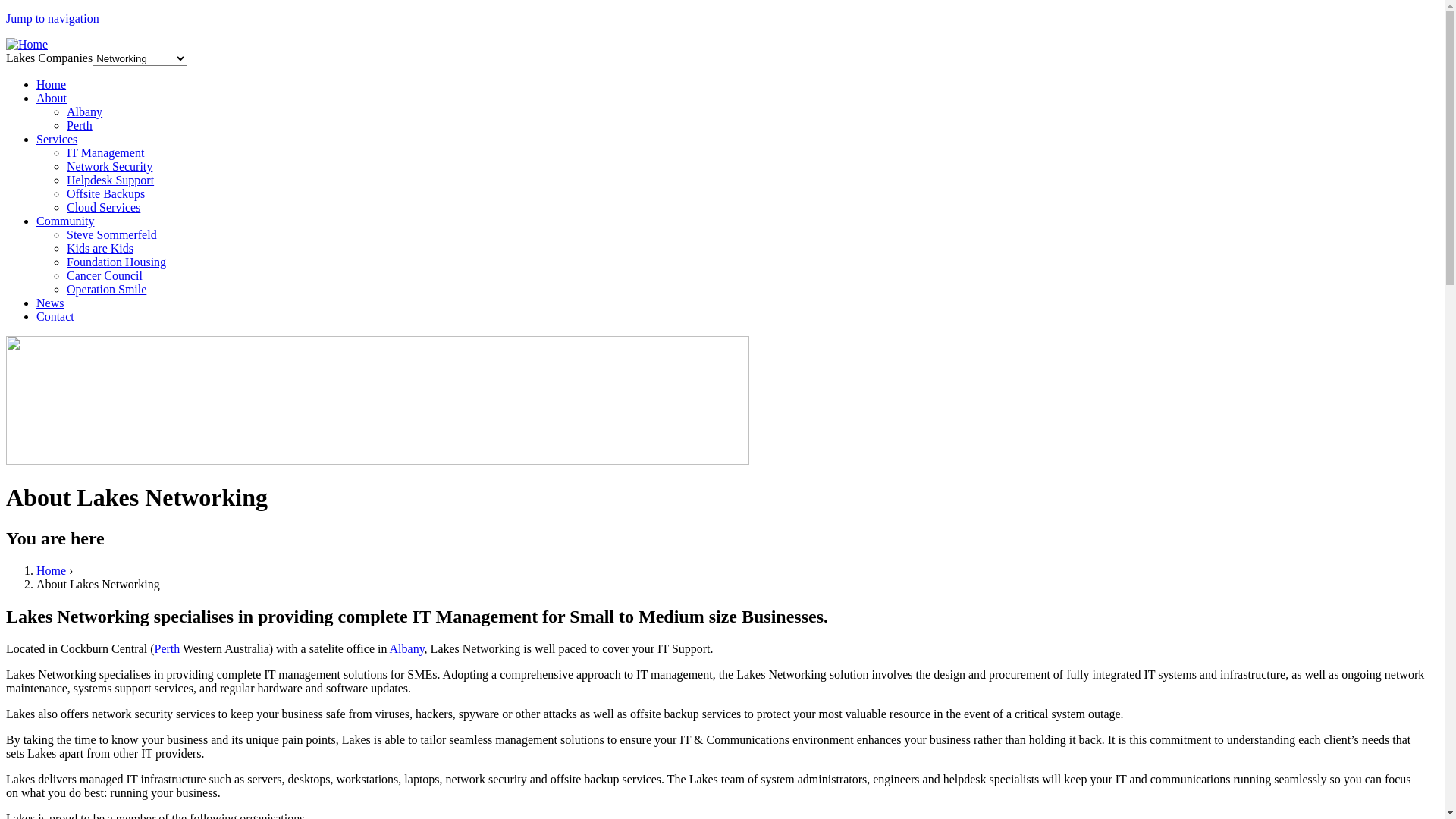  I want to click on 'Helpdesk Support', so click(65, 179).